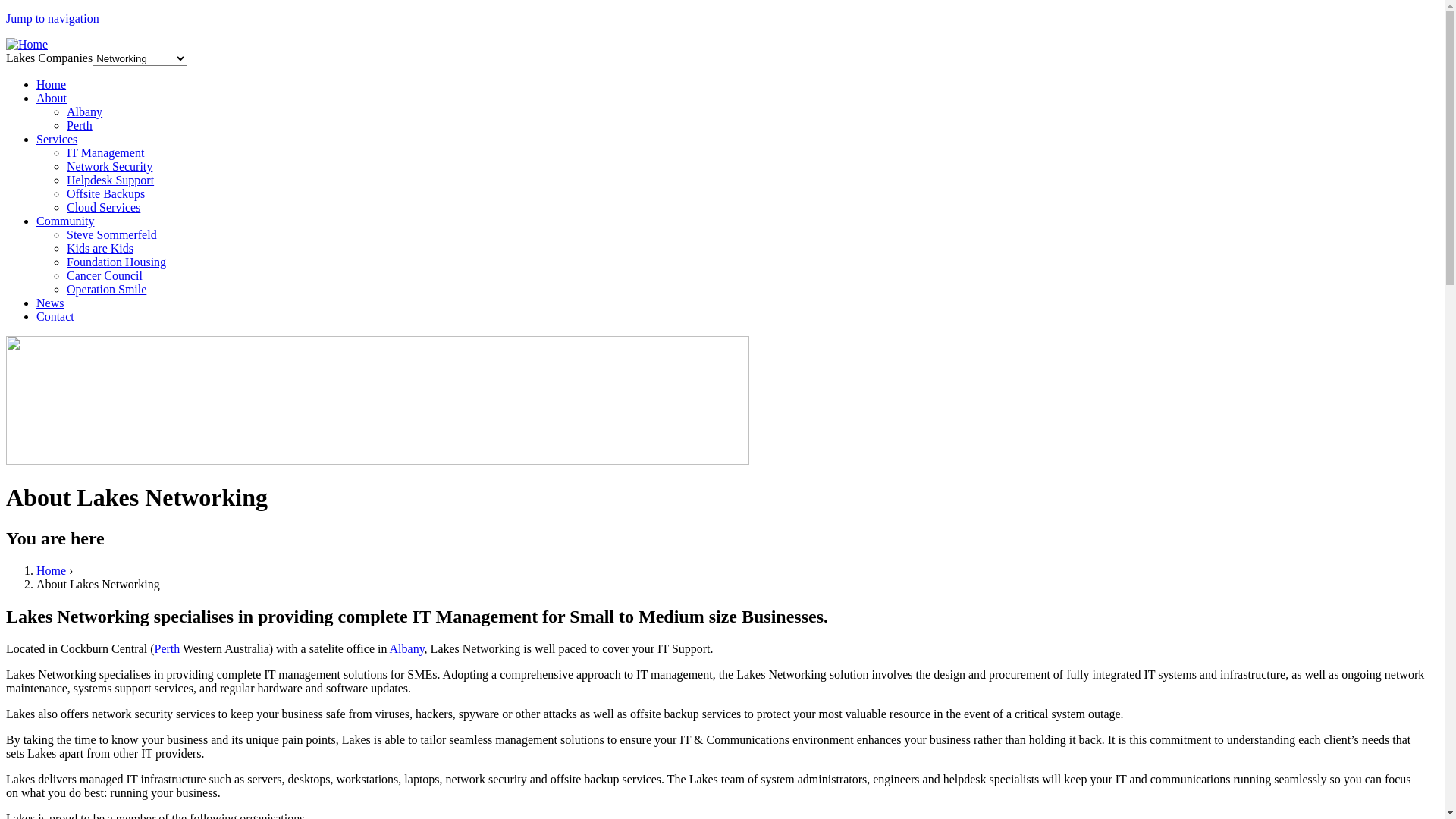  I want to click on 'Helpdesk Support', so click(65, 179).